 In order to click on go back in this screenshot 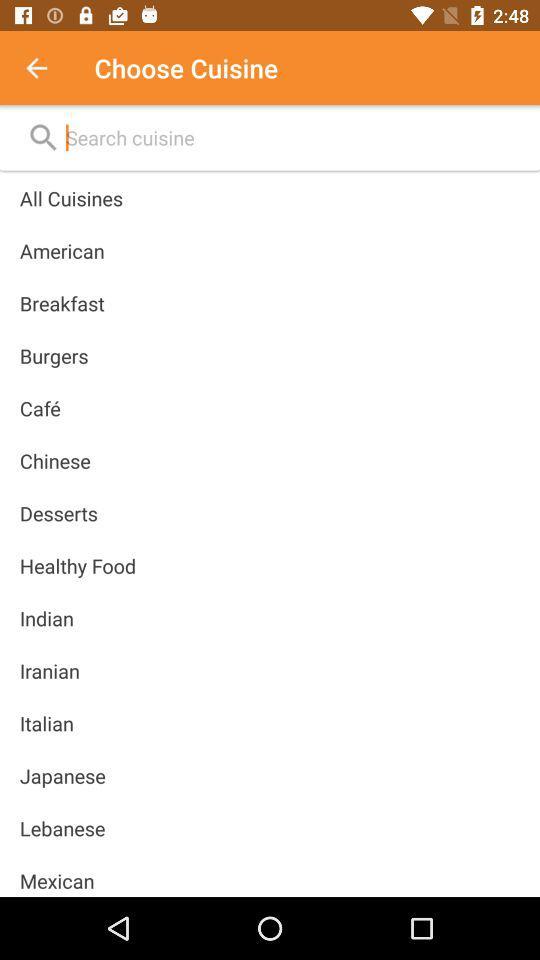, I will do `click(47, 68)`.